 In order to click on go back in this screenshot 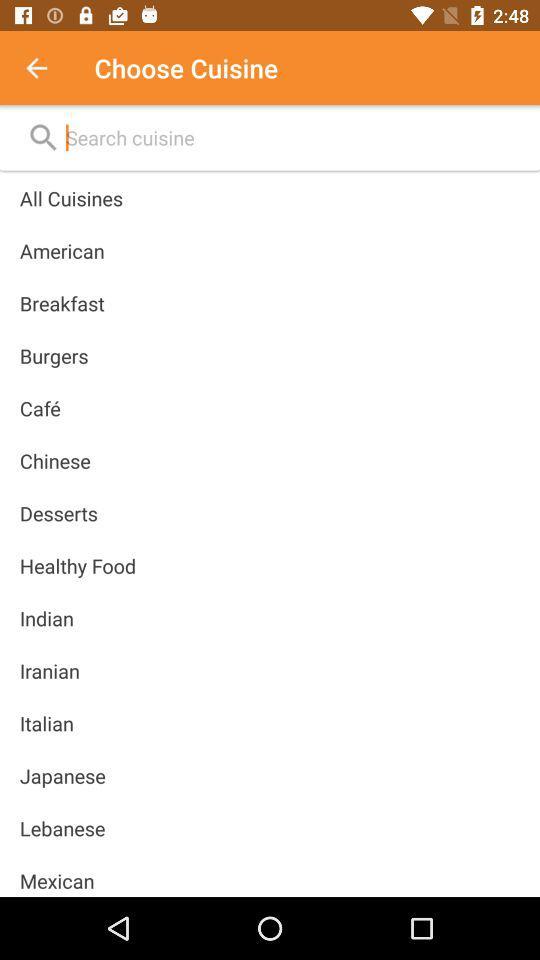, I will do `click(47, 68)`.